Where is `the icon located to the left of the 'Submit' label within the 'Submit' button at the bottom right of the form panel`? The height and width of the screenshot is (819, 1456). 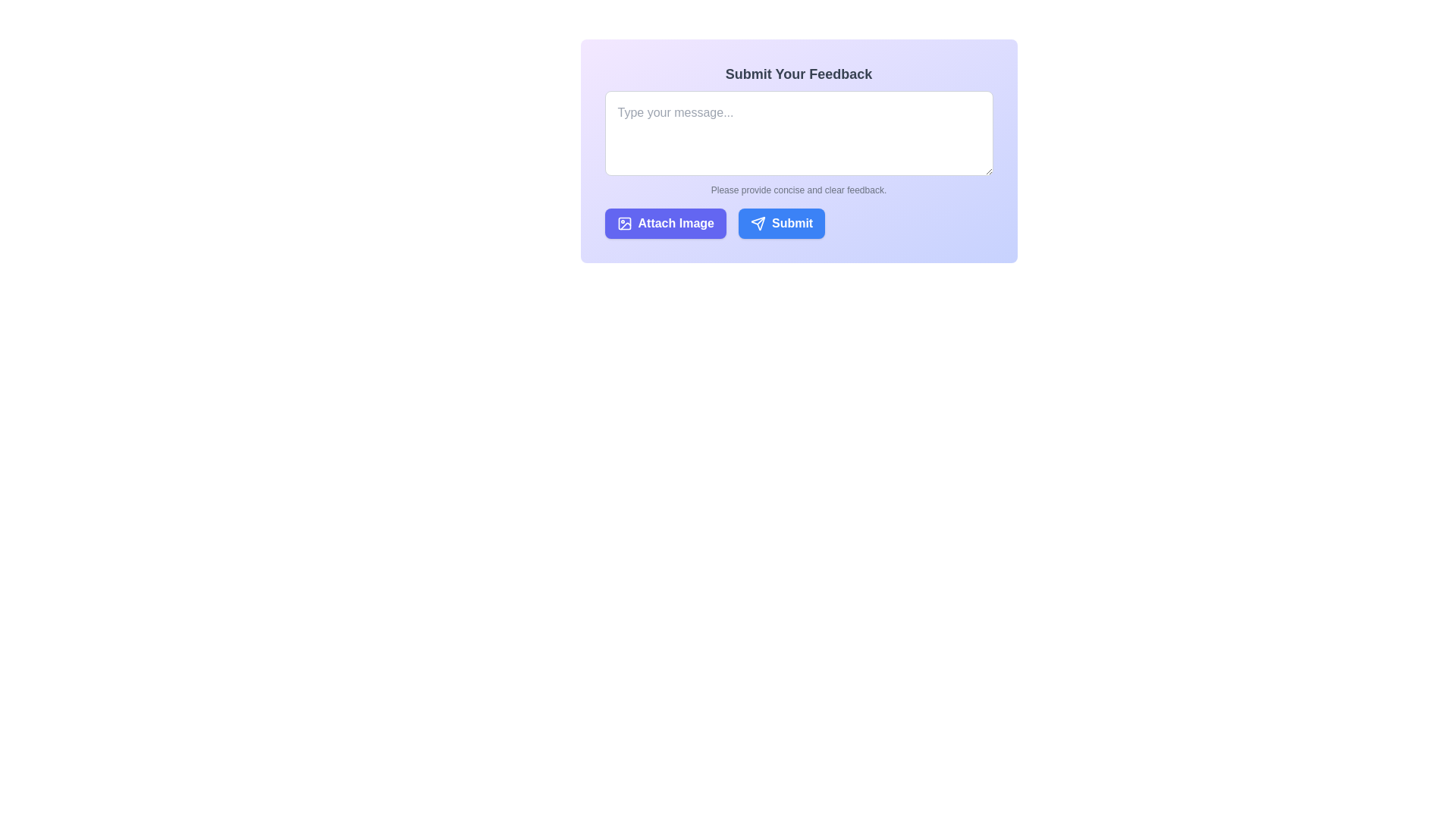 the icon located to the left of the 'Submit' label within the 'Submit' button at the bottom right of the form panel is located at coordinates (758, 223).